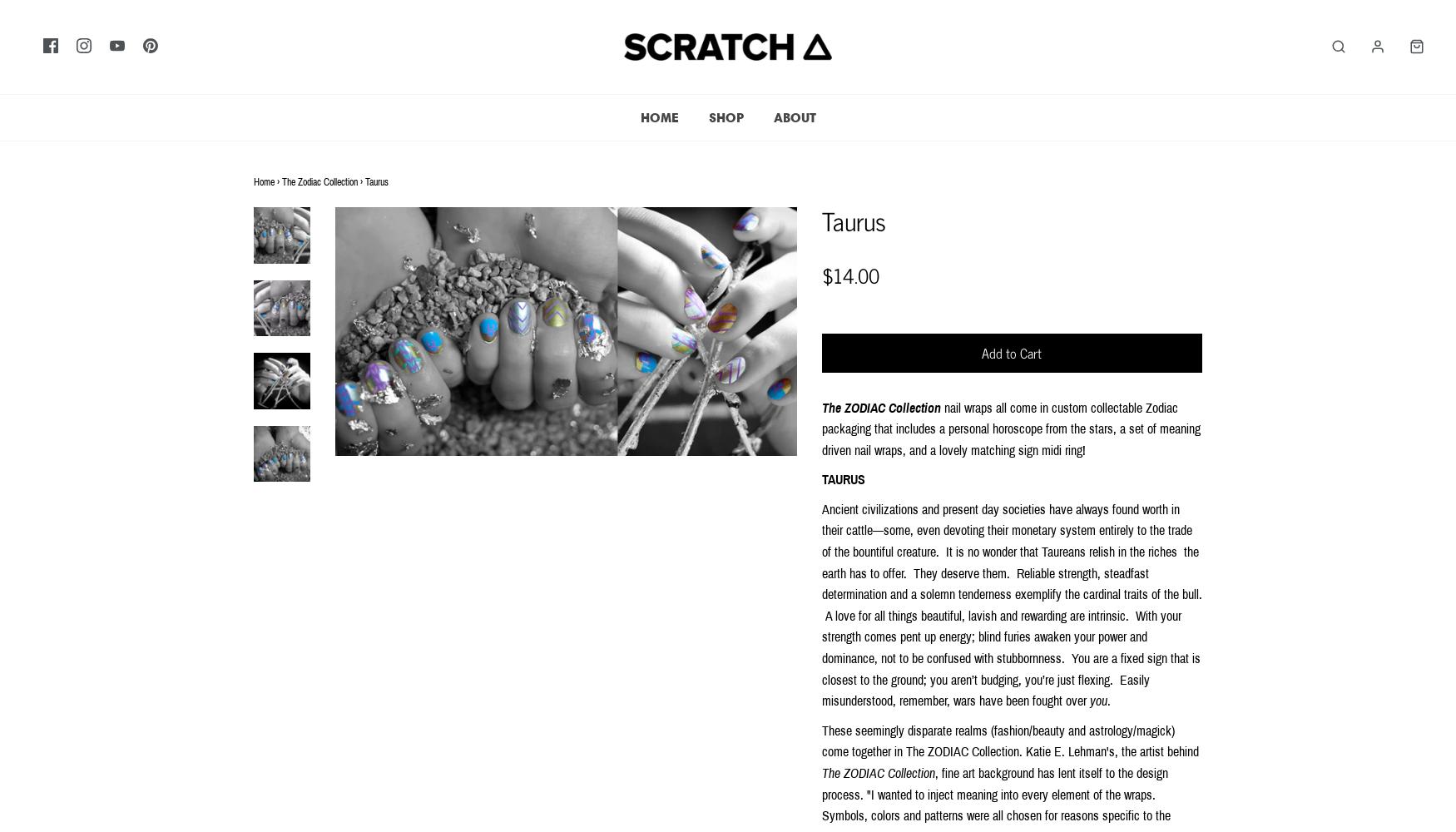 The width and height of the screenshot is (1456, 832). What do you see at coordinates (658, 116) in the screenshot?
I see `'HOME'` at bounding box center [658, 116].